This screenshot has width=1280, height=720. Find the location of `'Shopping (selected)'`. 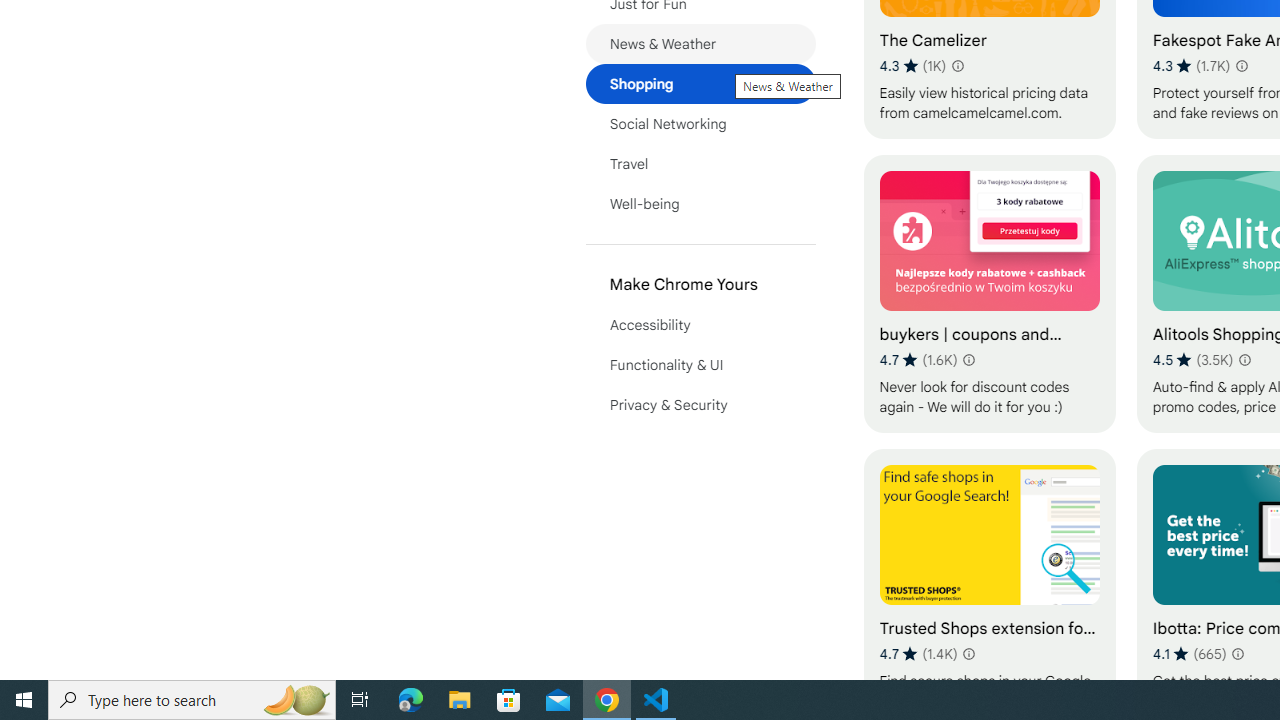

'Shopping (selected)' is located at coordinates (700, 82).